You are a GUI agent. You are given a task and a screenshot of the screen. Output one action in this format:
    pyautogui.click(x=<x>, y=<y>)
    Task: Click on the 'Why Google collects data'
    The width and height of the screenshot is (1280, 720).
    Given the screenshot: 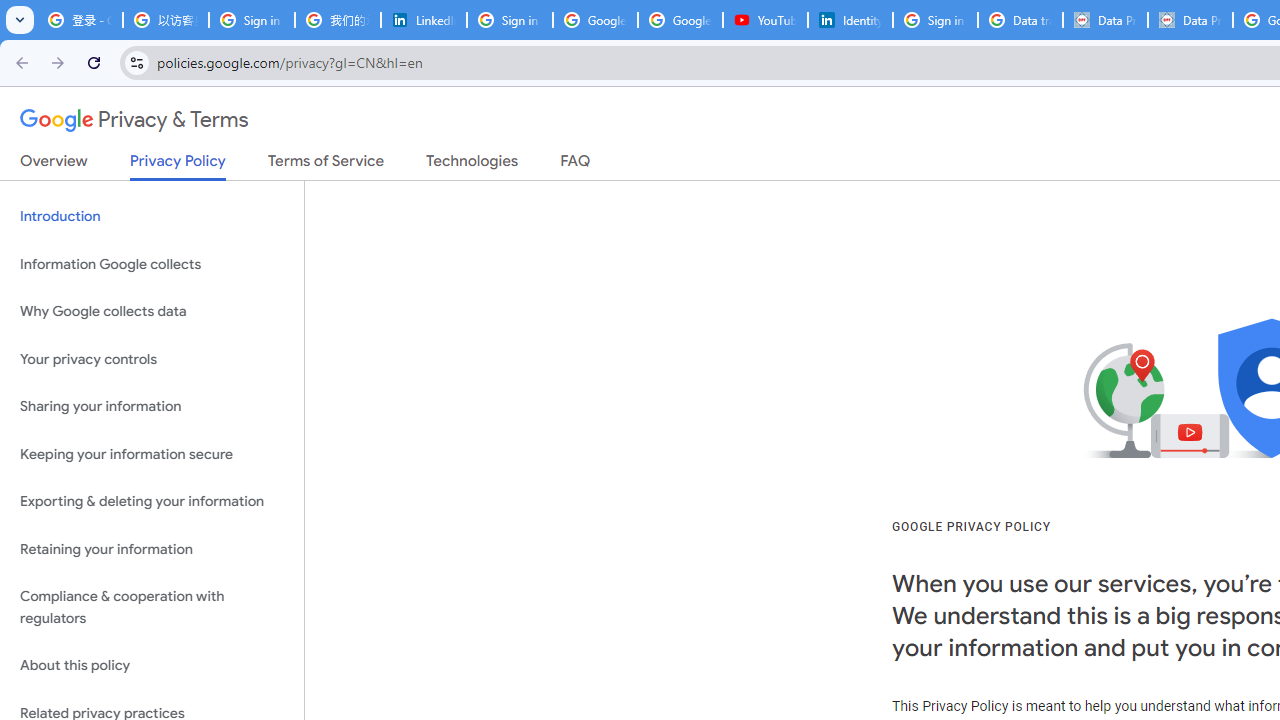 What is the action you would take?
    pyautogui.click(x=151, y=312)
    